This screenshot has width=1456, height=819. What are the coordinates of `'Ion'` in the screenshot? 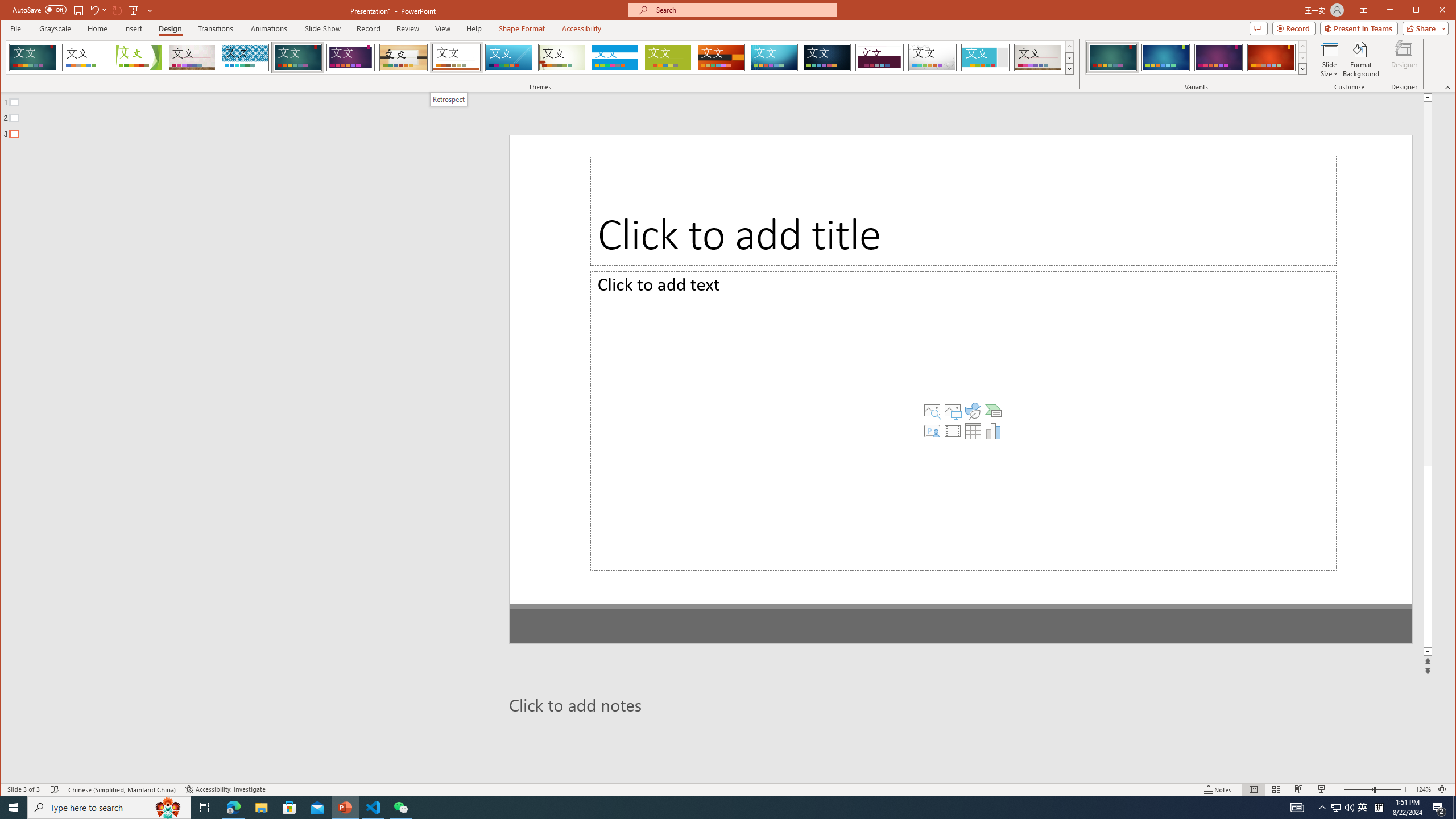 It's located at (297, 57).